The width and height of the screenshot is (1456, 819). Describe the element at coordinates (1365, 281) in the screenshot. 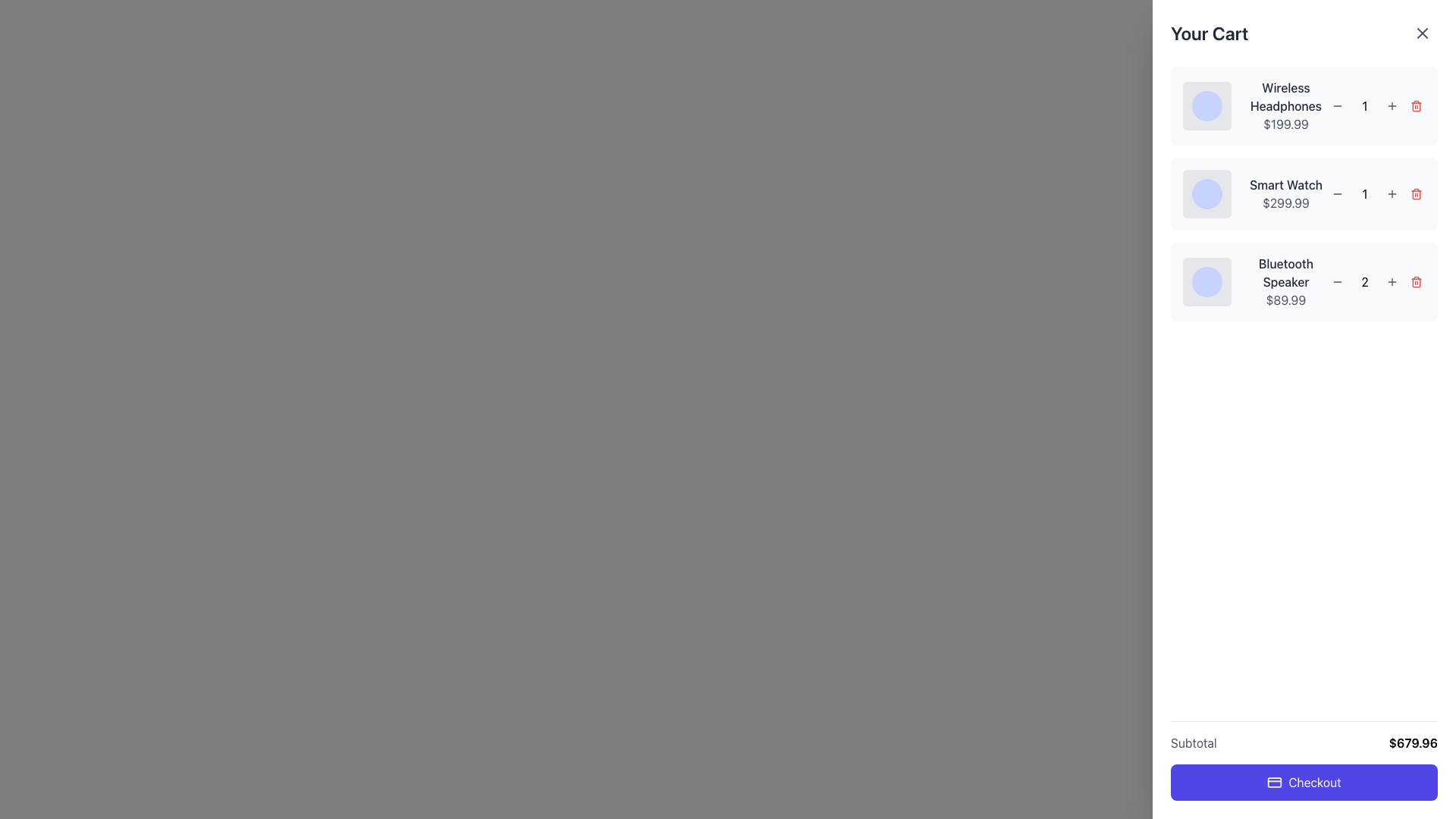

I see `the text element displaying the number '2' within the item control section of the 'Bluetooth Speaker' in the cart interface` at that location.